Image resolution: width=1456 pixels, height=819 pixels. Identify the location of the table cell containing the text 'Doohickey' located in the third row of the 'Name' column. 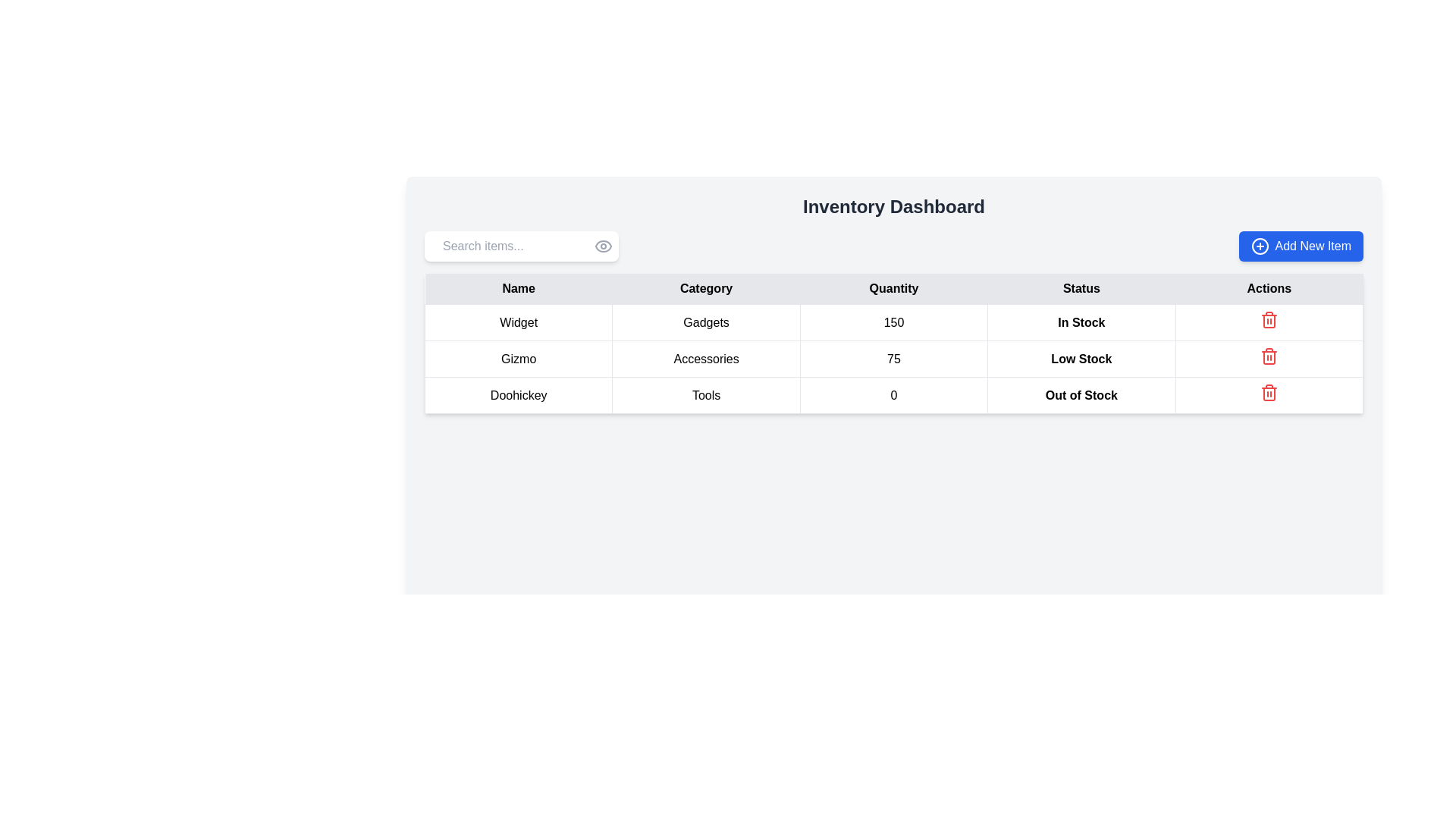
(519, 394).